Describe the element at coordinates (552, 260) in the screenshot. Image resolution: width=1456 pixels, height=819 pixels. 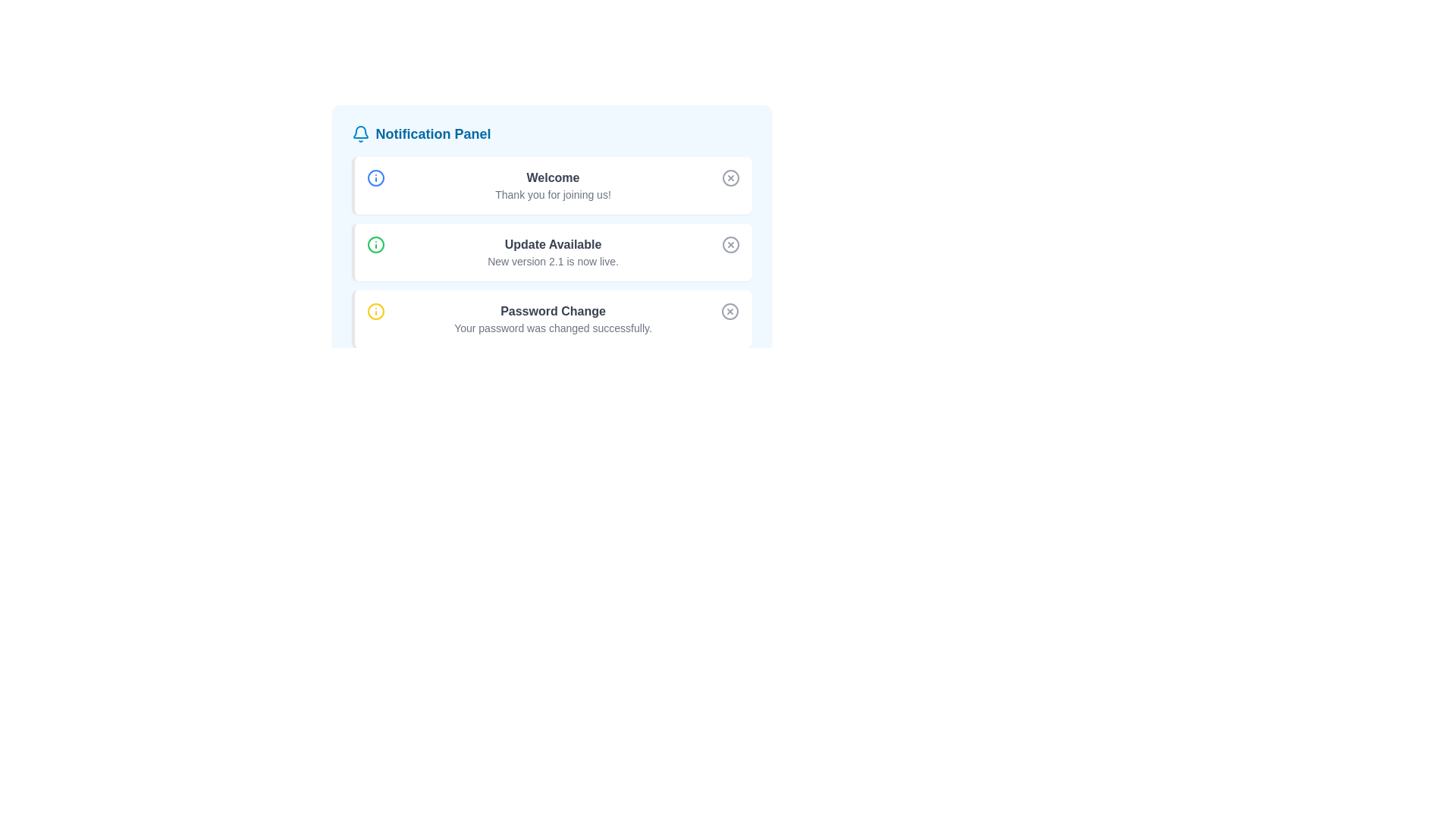
I see `the informational text snippet that reads 'New version 2.1 is now live.' located below the 'Update Available' heading in the notifications panel` at that location.